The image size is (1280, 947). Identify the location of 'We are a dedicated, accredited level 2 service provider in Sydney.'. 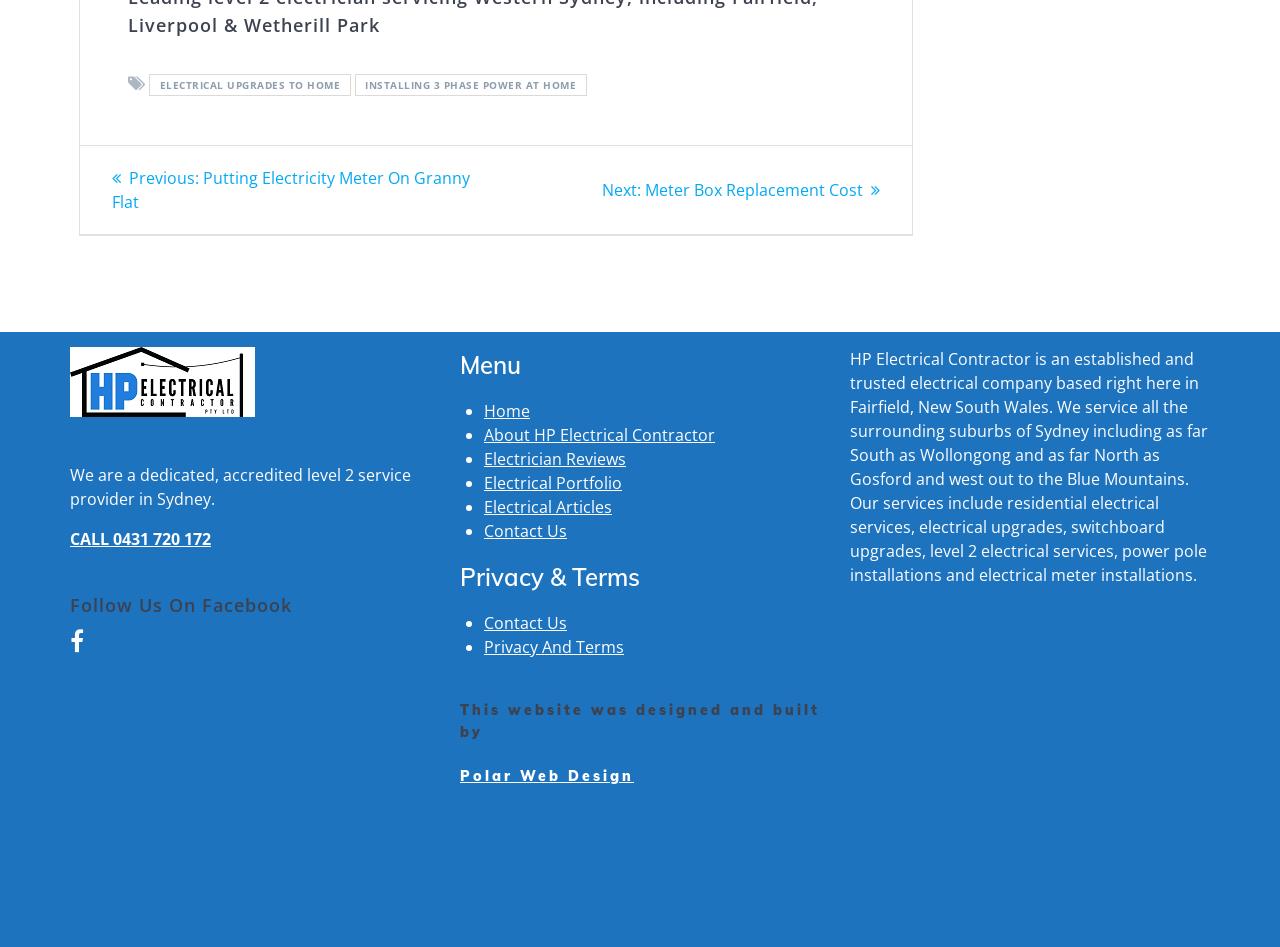
(240, 485).